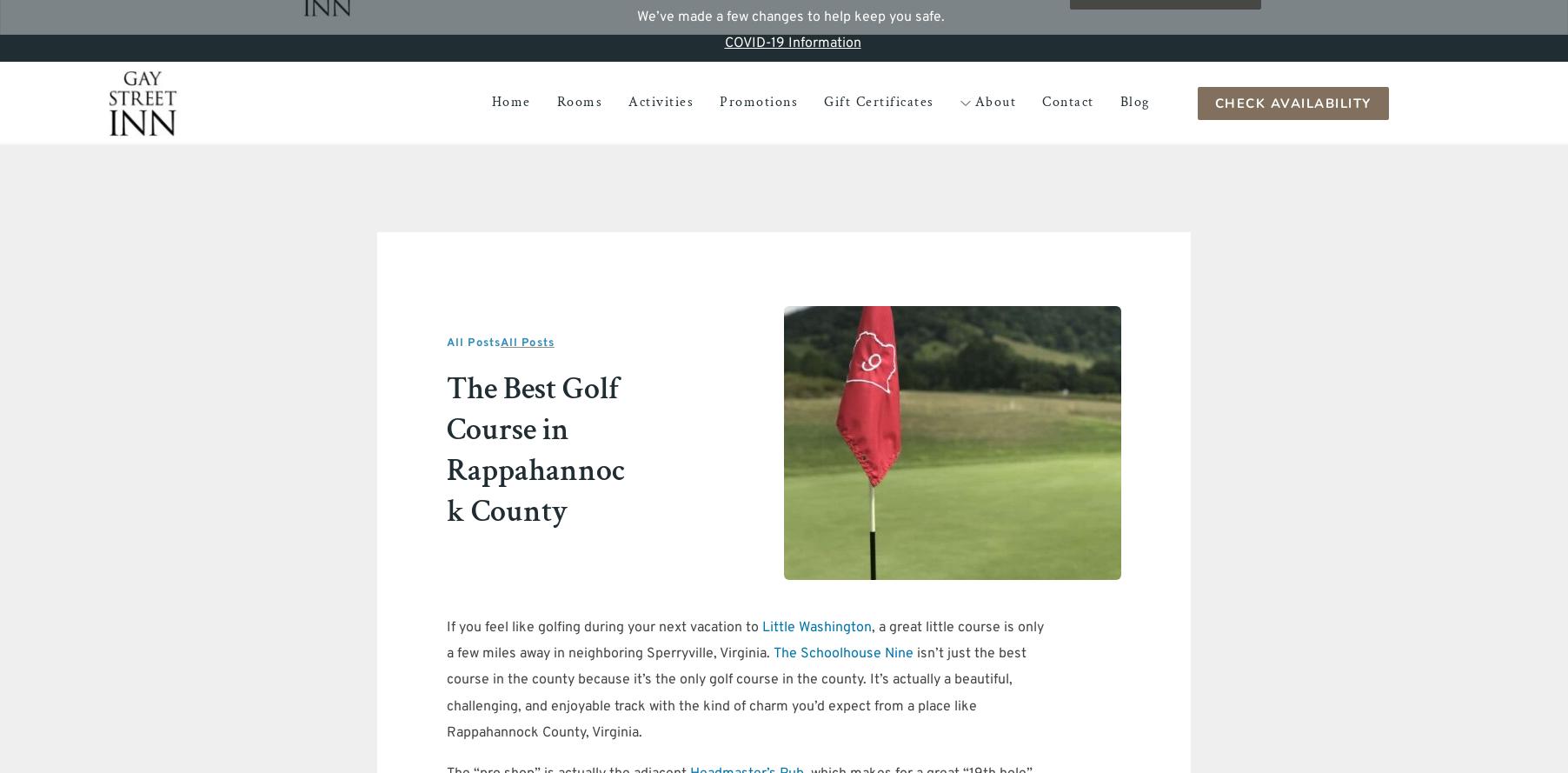 This screenshot has width=1568, height=773. I want to click on 'The Schoolhouse Nine', so click(842, 653).